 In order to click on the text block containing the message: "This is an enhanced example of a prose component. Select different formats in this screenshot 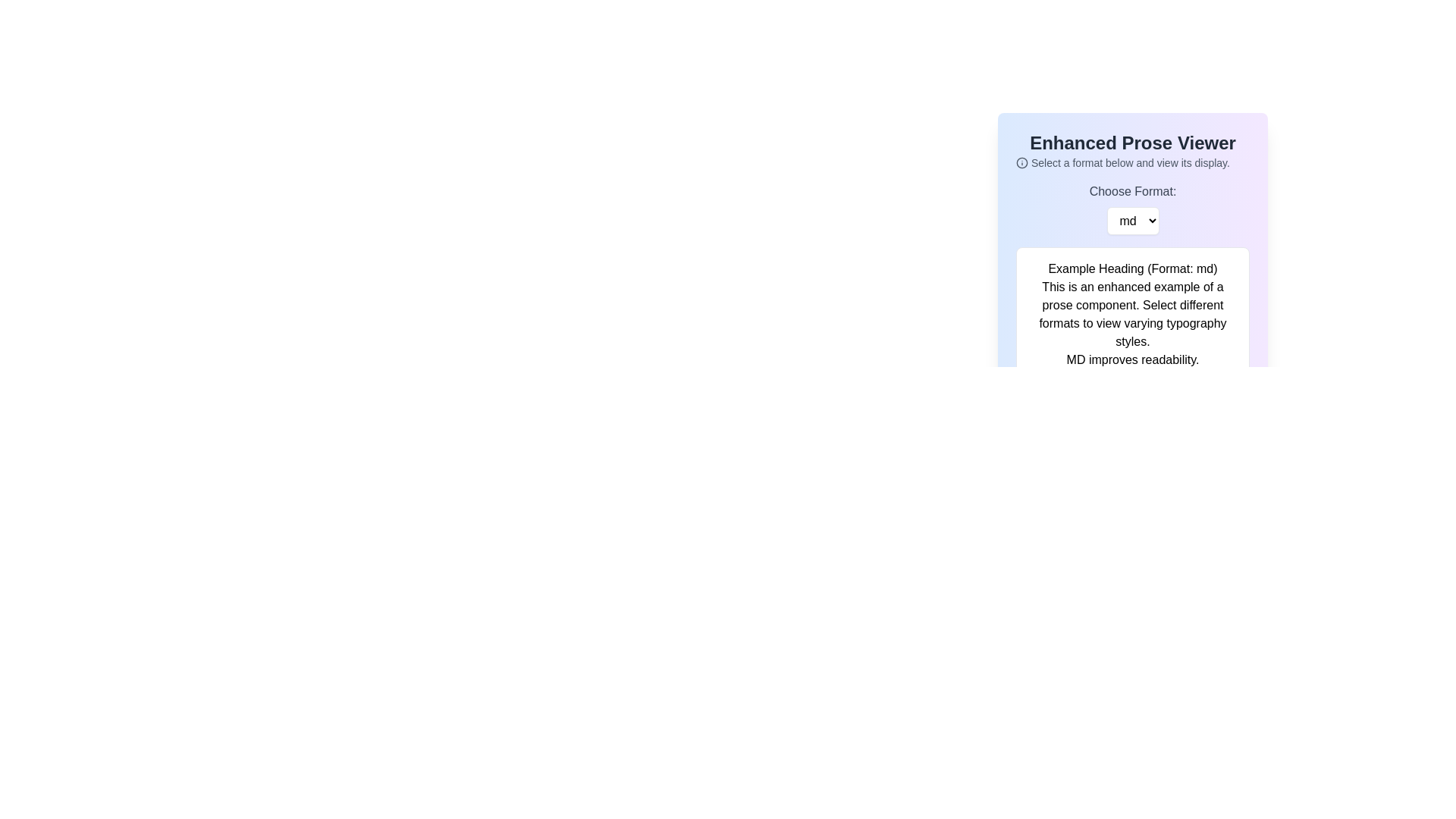, I will do `click(1132, 314)`.